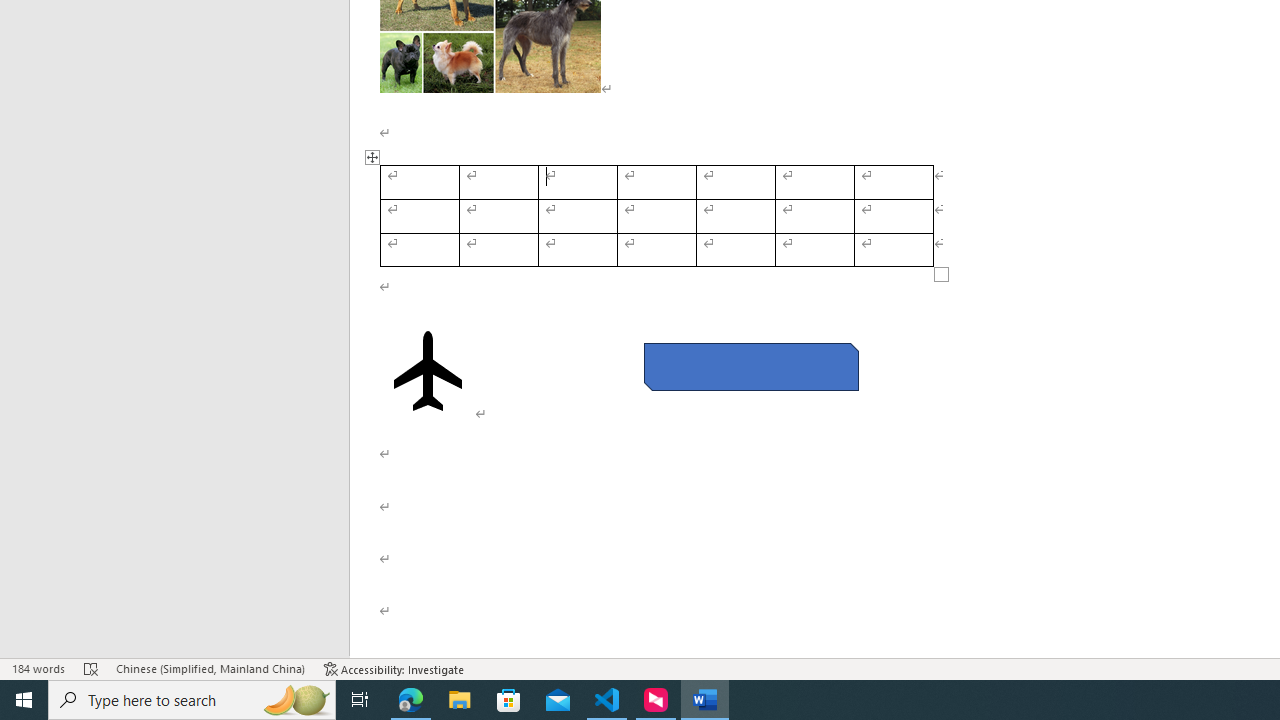 The height and width of the screenshot is (720, 1280). Describe the element at coordinates (394, 669) in the screenshot. I see `'Accessibility Checker Accessibility: Investigate'` at that location.